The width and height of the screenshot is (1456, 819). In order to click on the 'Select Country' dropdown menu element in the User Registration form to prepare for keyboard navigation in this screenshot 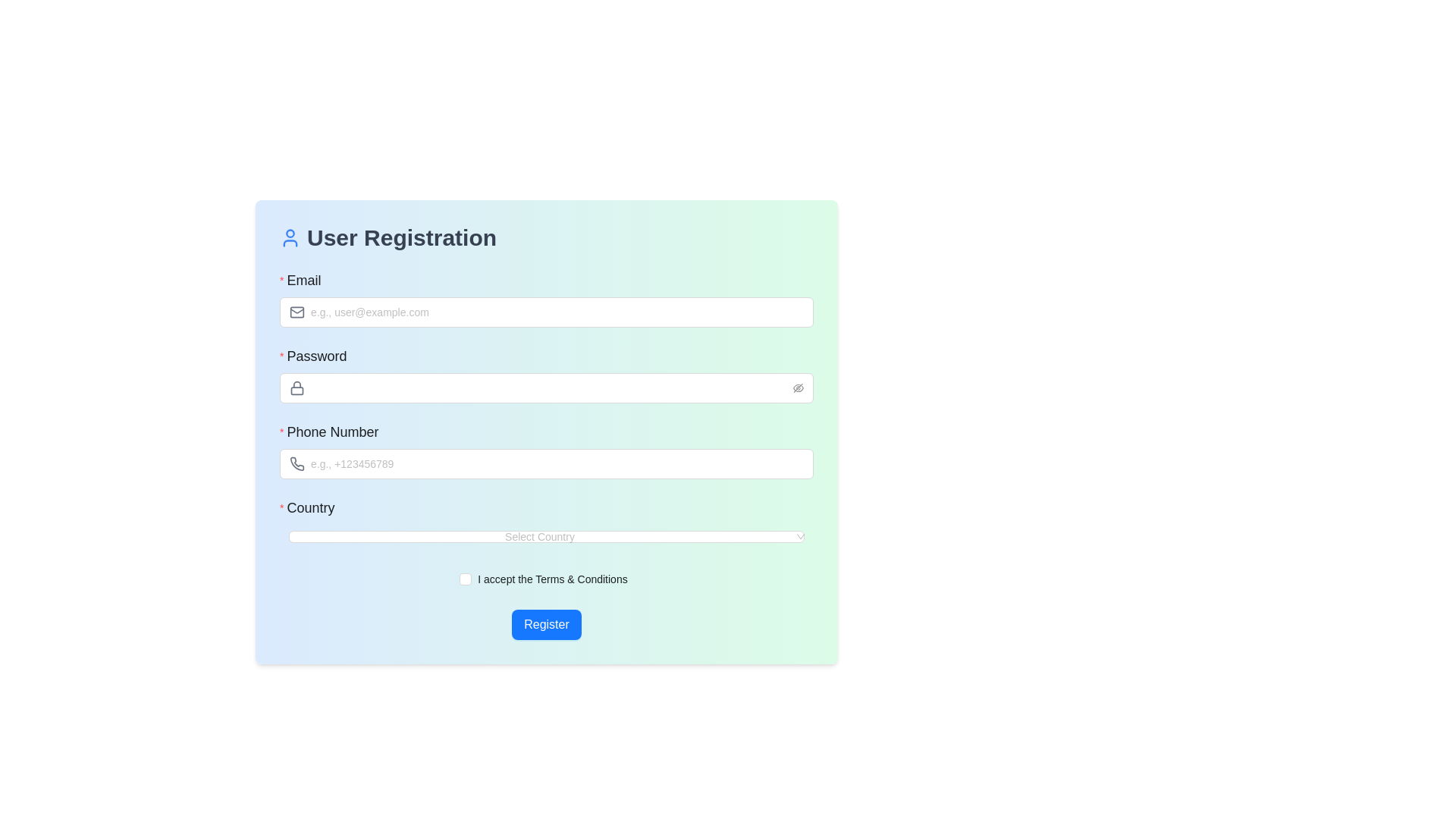, I will do `click(546, 536)`.